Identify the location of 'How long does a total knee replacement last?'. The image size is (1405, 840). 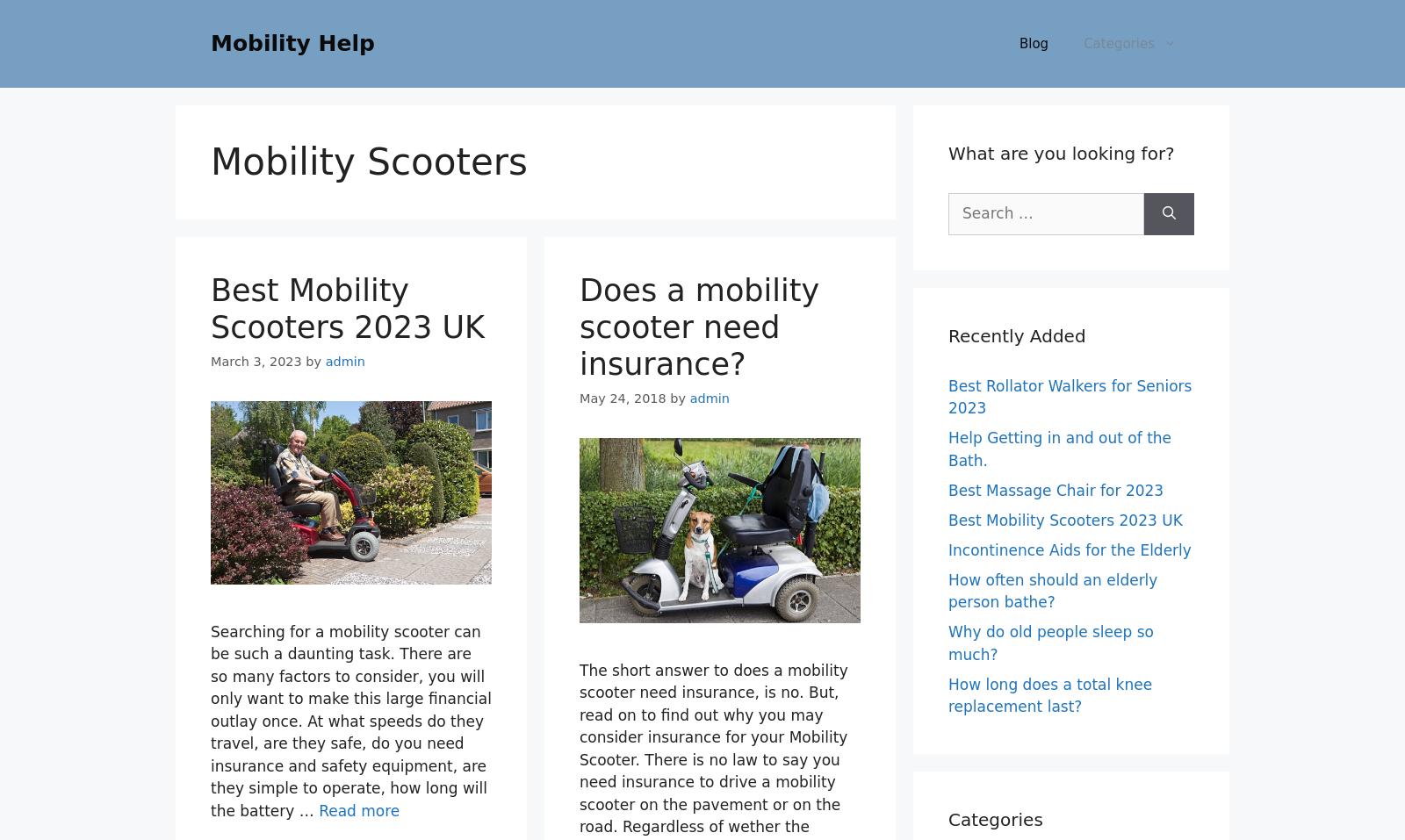
(1050, 694).